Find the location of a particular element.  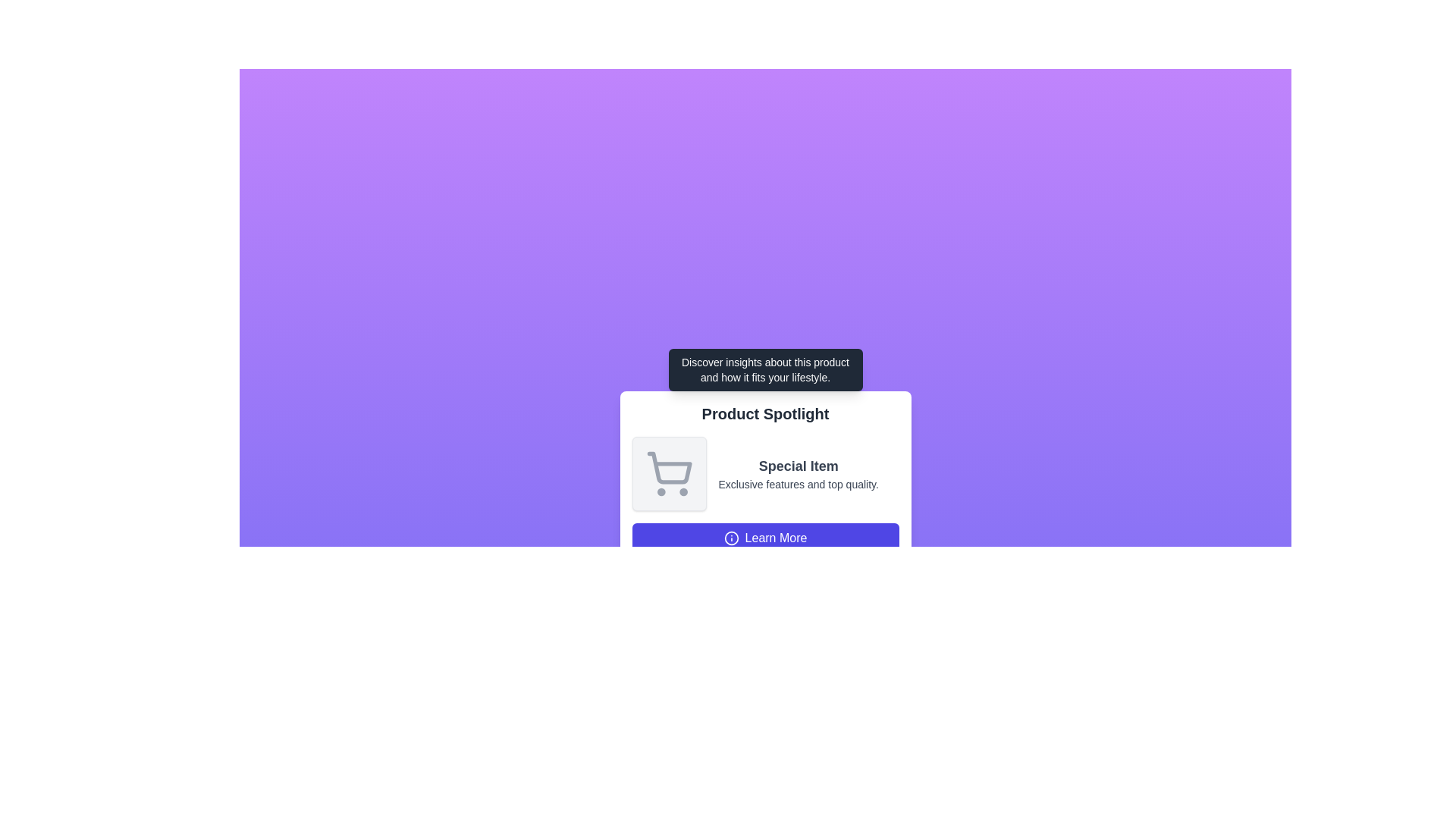

the shopping cart icon, which is a minimalist gray outline with rounded lines and wheels is located at coordinates (668, 472).